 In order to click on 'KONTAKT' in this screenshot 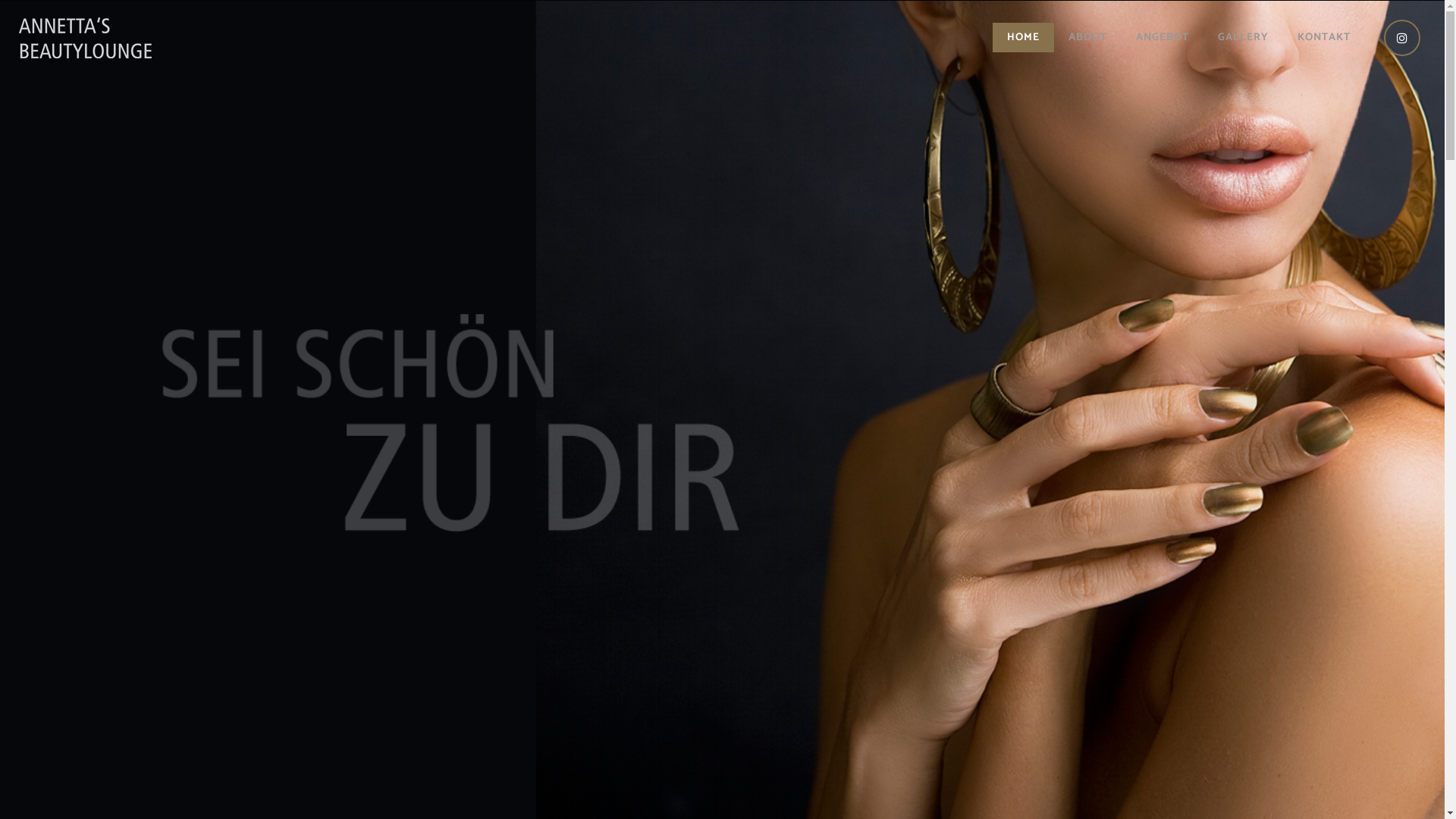, I will do `click(1282, 37)`.